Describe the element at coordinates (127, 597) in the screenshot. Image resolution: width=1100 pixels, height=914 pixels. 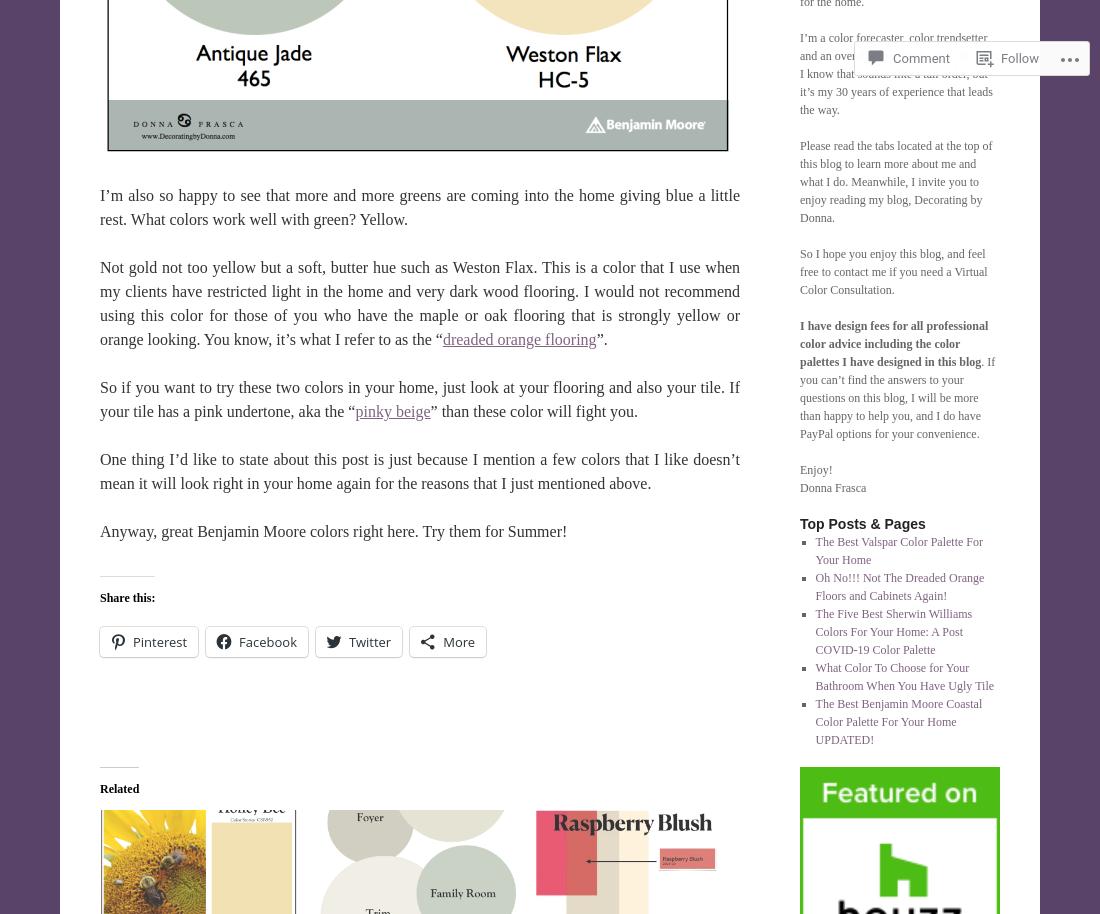
I see `'Share this:'` at that location.